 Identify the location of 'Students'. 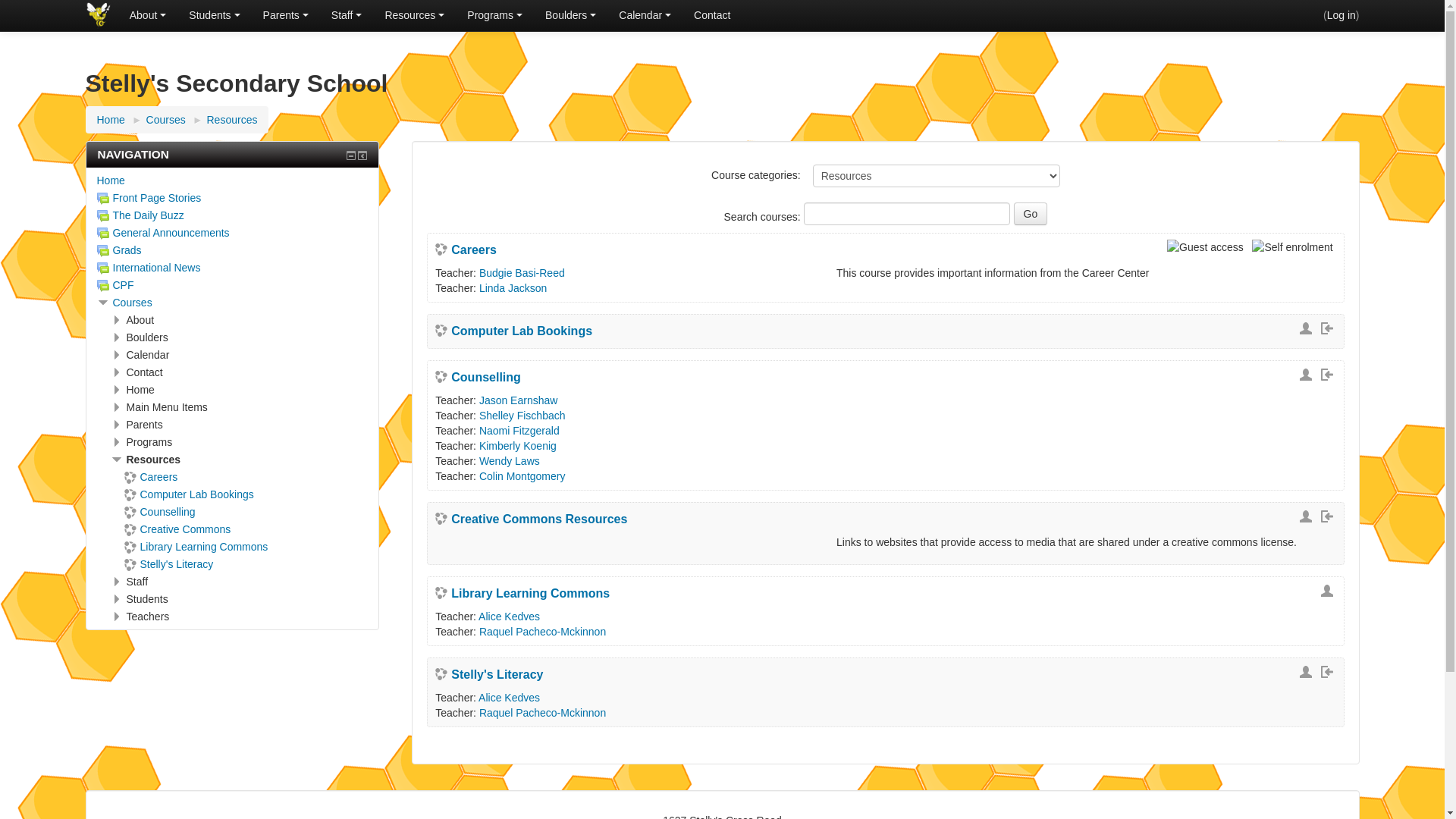
(177, 14).